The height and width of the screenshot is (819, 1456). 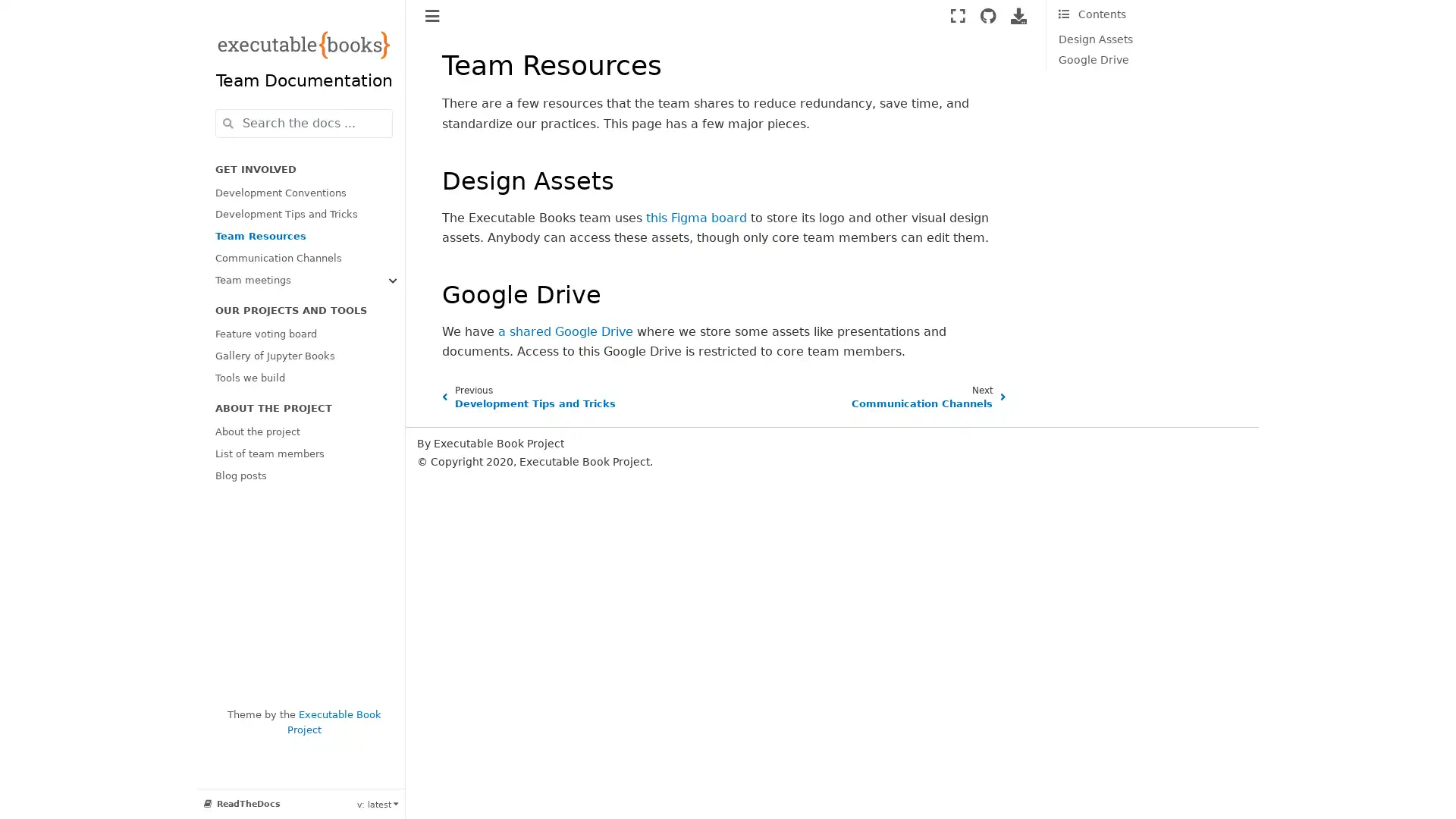 What do you see at coordinates (987, 15) in the screenshot?
I see `Source repositories` at bounding box center [987, 15].